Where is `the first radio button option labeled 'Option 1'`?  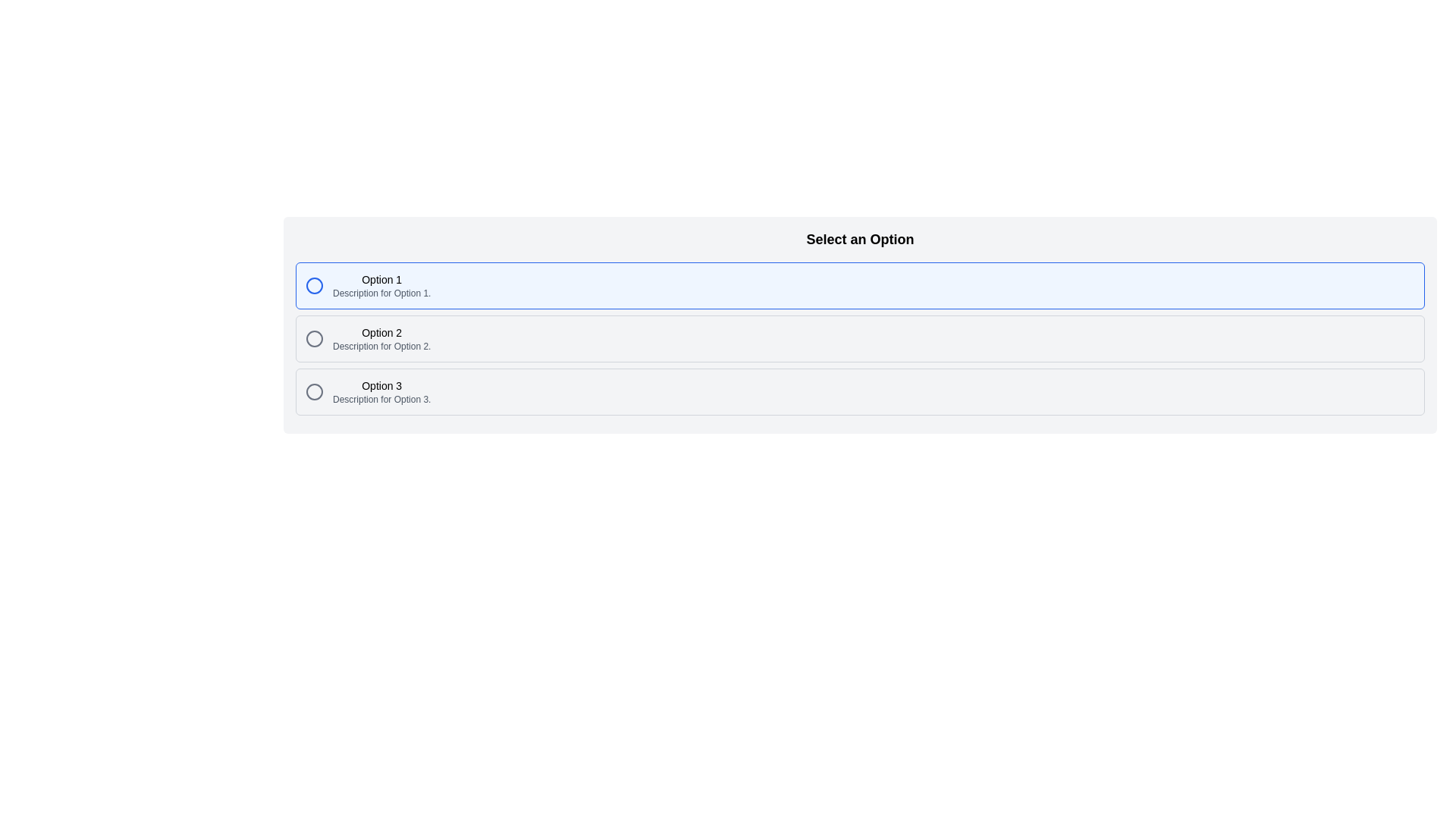
the first radio button option labeled 'Option 1' is located at coordinates (860, 286).